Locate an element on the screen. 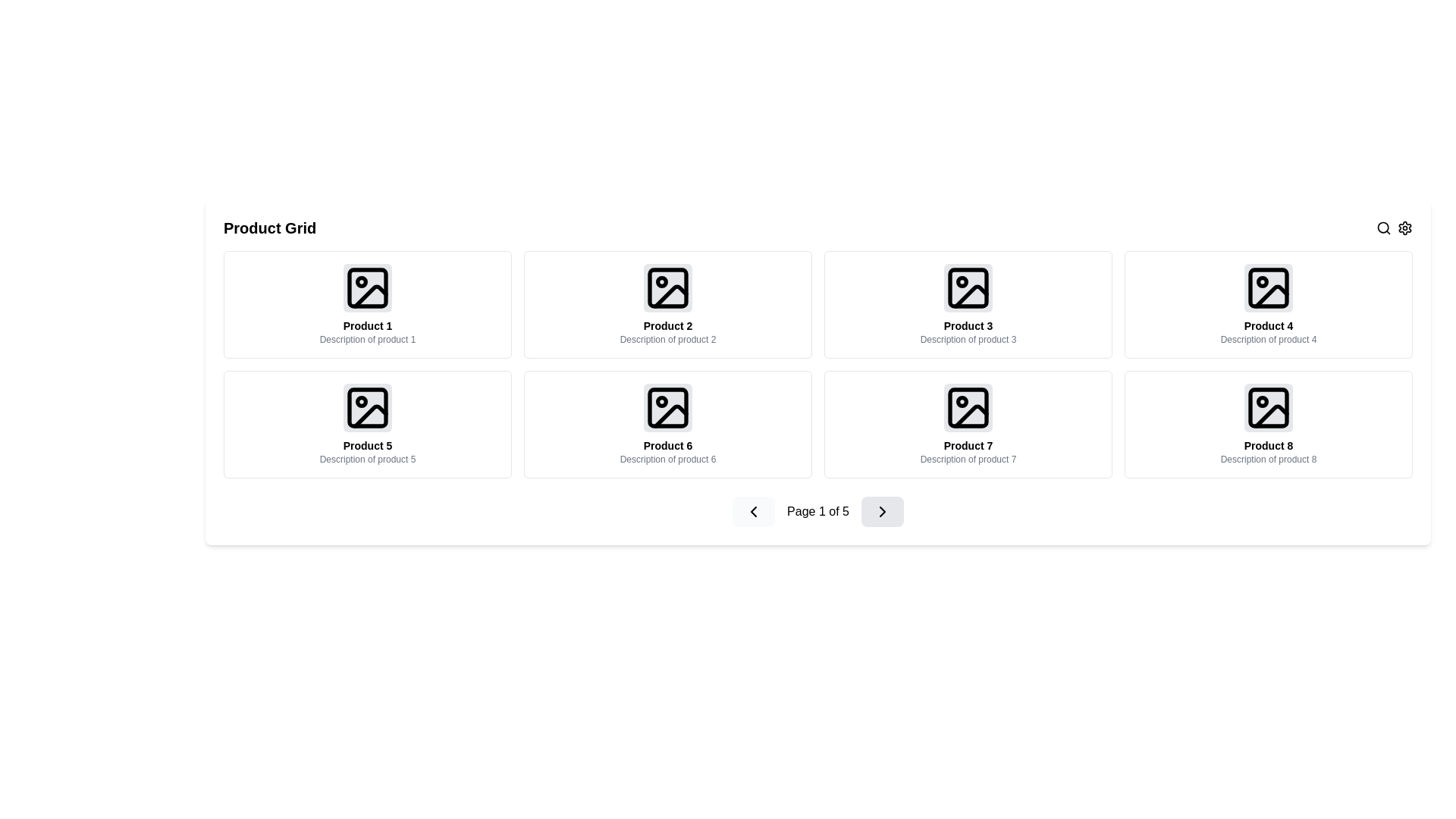 This screenshot has height=819, width=1456. the text label displaying the title of 'Product 5', located above the description and below the image placeholder icon is located at coordinates (367, 444).